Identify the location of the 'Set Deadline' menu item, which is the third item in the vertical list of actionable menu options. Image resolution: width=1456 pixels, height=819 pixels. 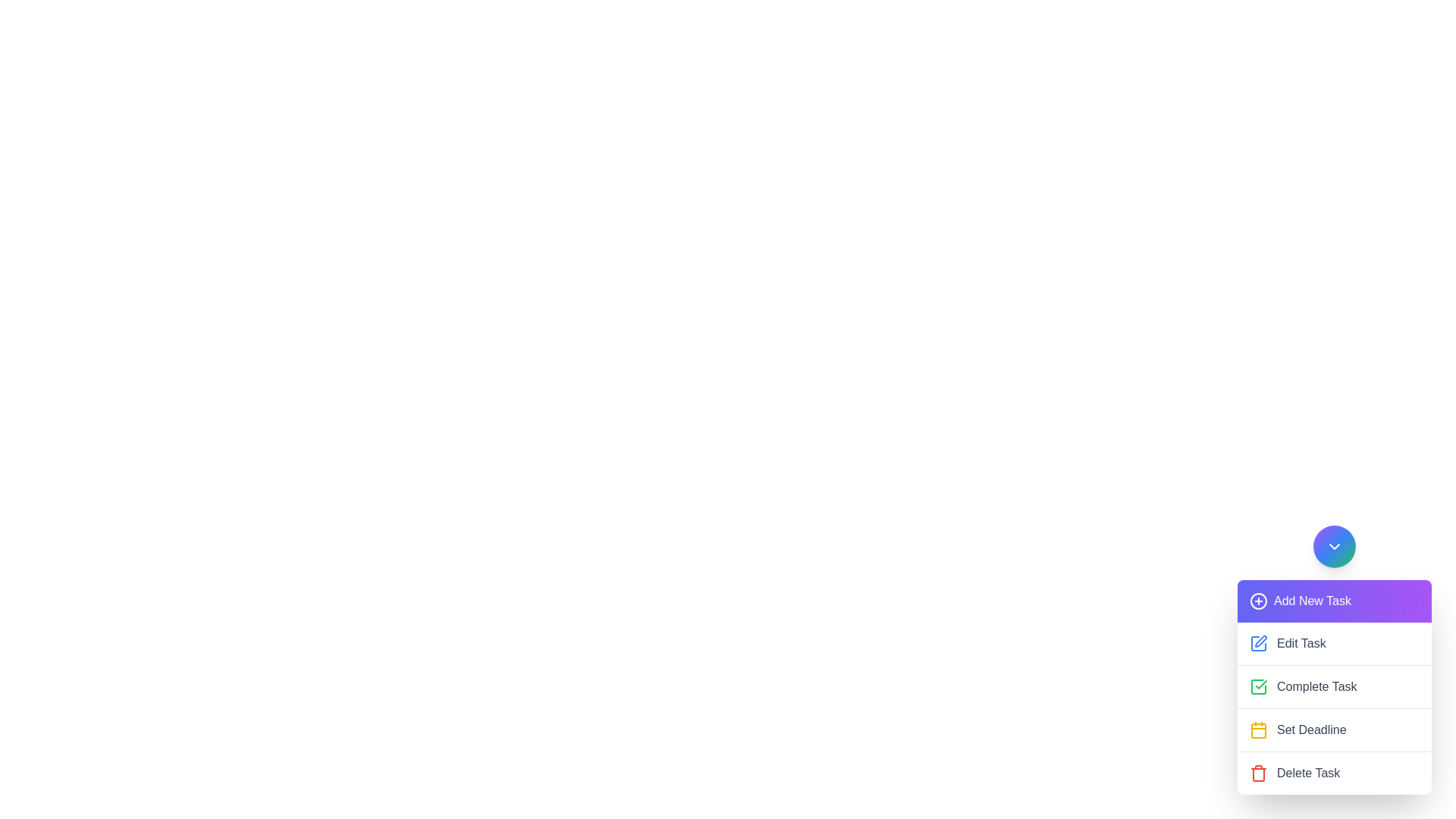
(1335, 728).